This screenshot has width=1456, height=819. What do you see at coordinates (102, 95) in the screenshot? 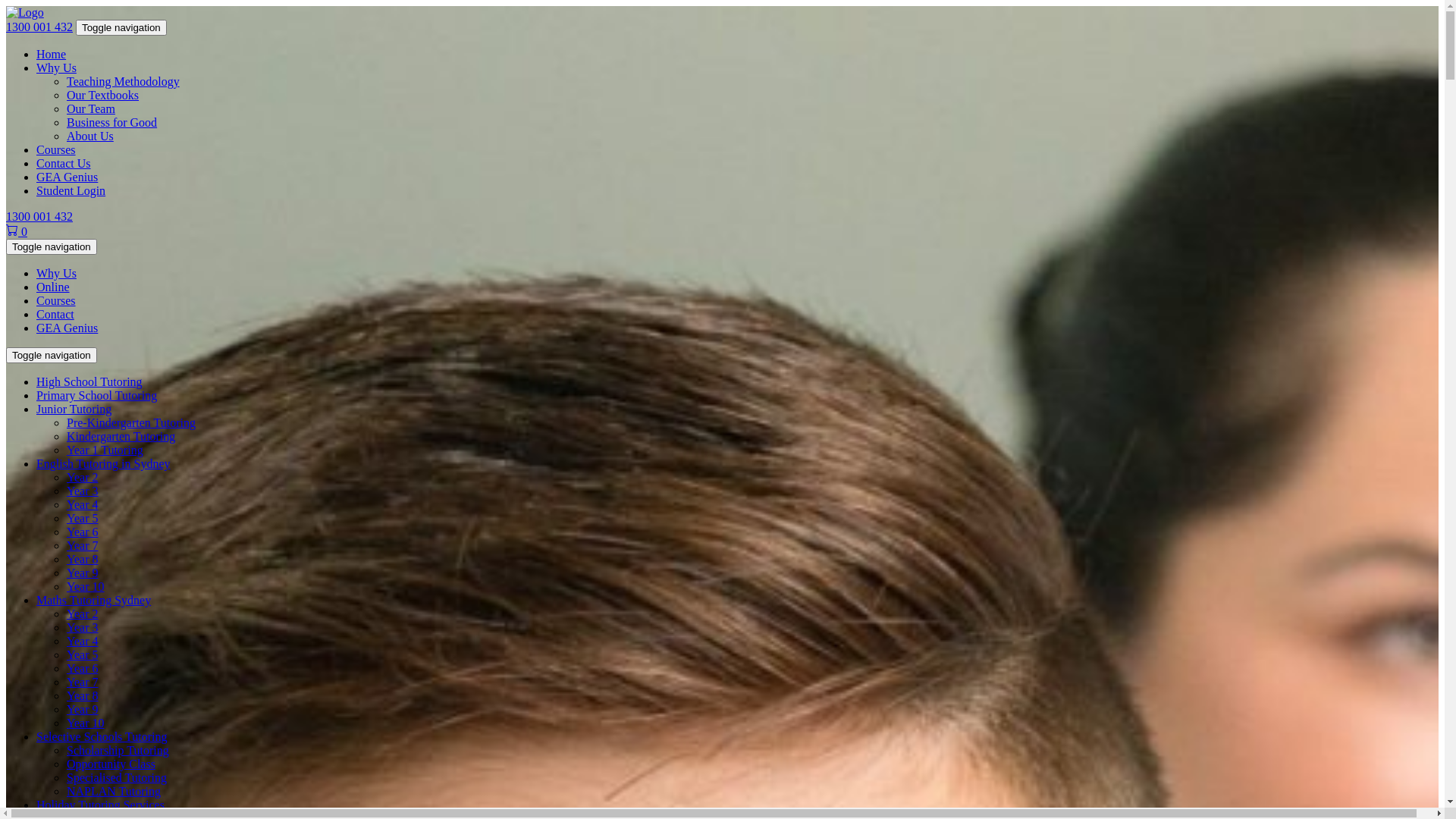
I see `'Our Textbooks'` at bounding box center [102, 95].